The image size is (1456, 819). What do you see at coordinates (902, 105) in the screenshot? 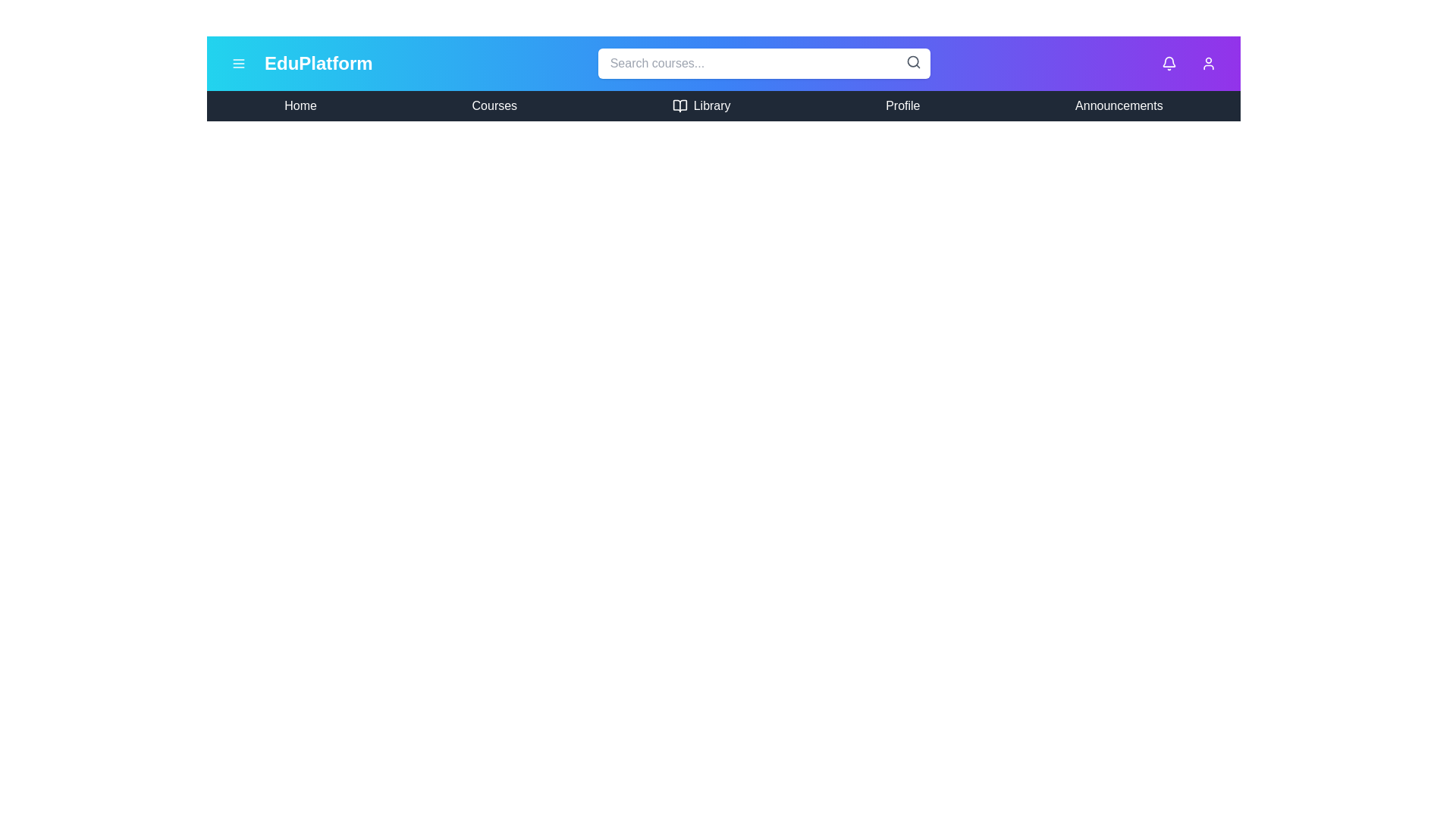
I see `the menu item Profile to navigate to the corresponding section` at bounding box center [902, 105].